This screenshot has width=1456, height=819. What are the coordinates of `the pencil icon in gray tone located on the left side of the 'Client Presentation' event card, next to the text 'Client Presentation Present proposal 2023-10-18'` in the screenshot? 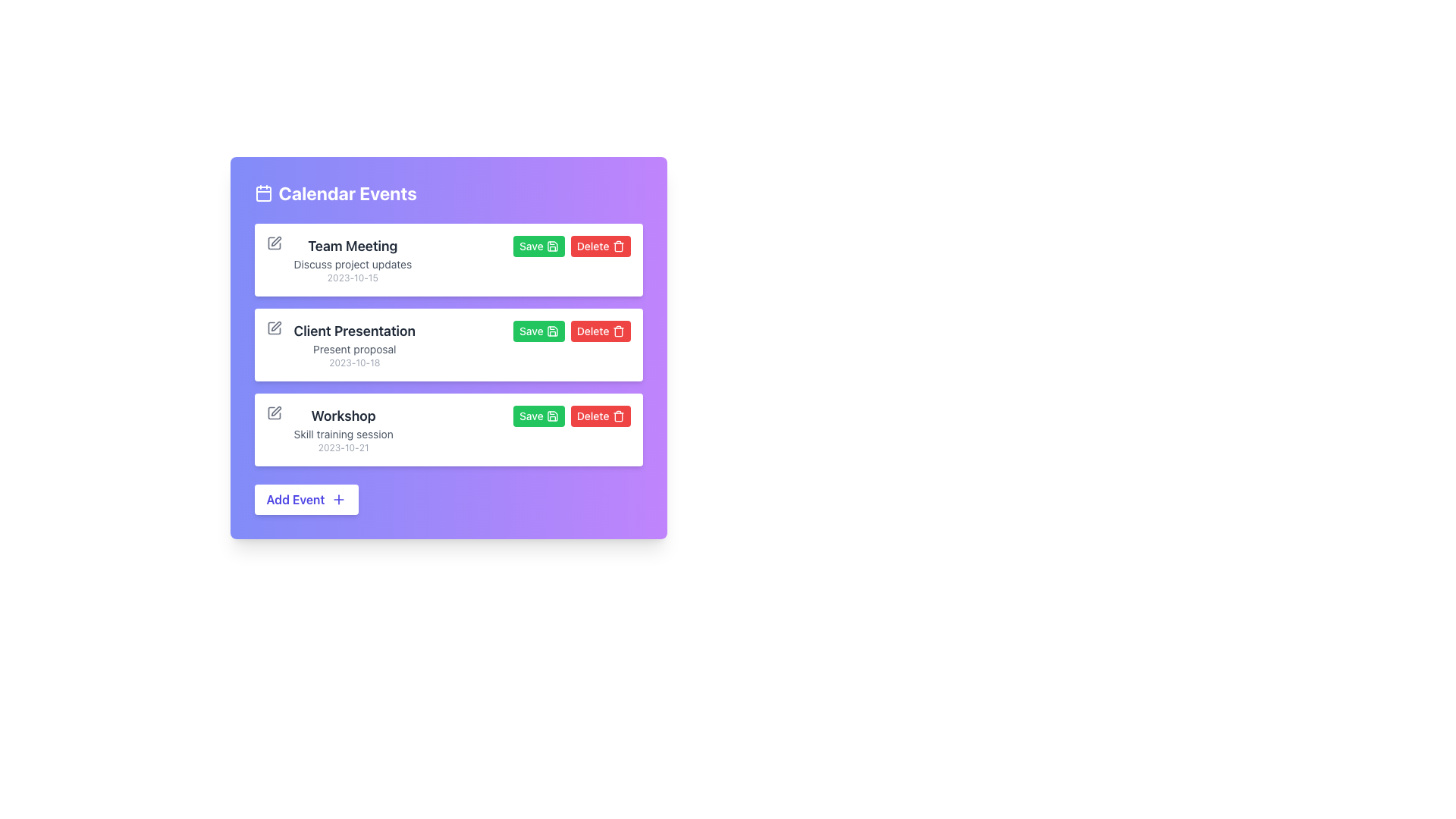 It's located at (274, 327).